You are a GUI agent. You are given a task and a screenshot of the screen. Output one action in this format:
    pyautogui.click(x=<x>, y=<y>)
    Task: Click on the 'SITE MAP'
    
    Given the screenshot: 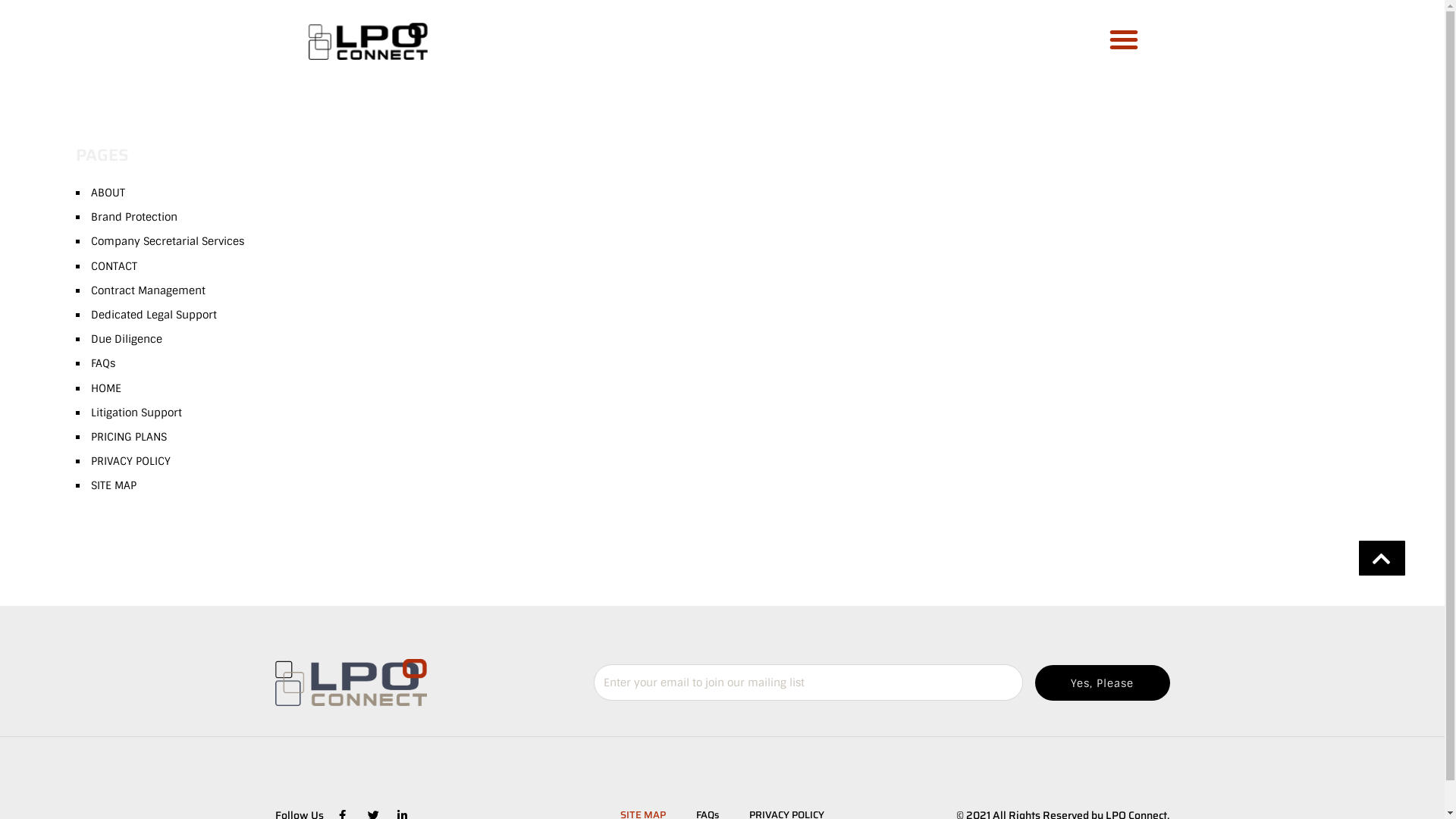 What is the action you would take?
    pyautogui.click(x=90, y=485)
    